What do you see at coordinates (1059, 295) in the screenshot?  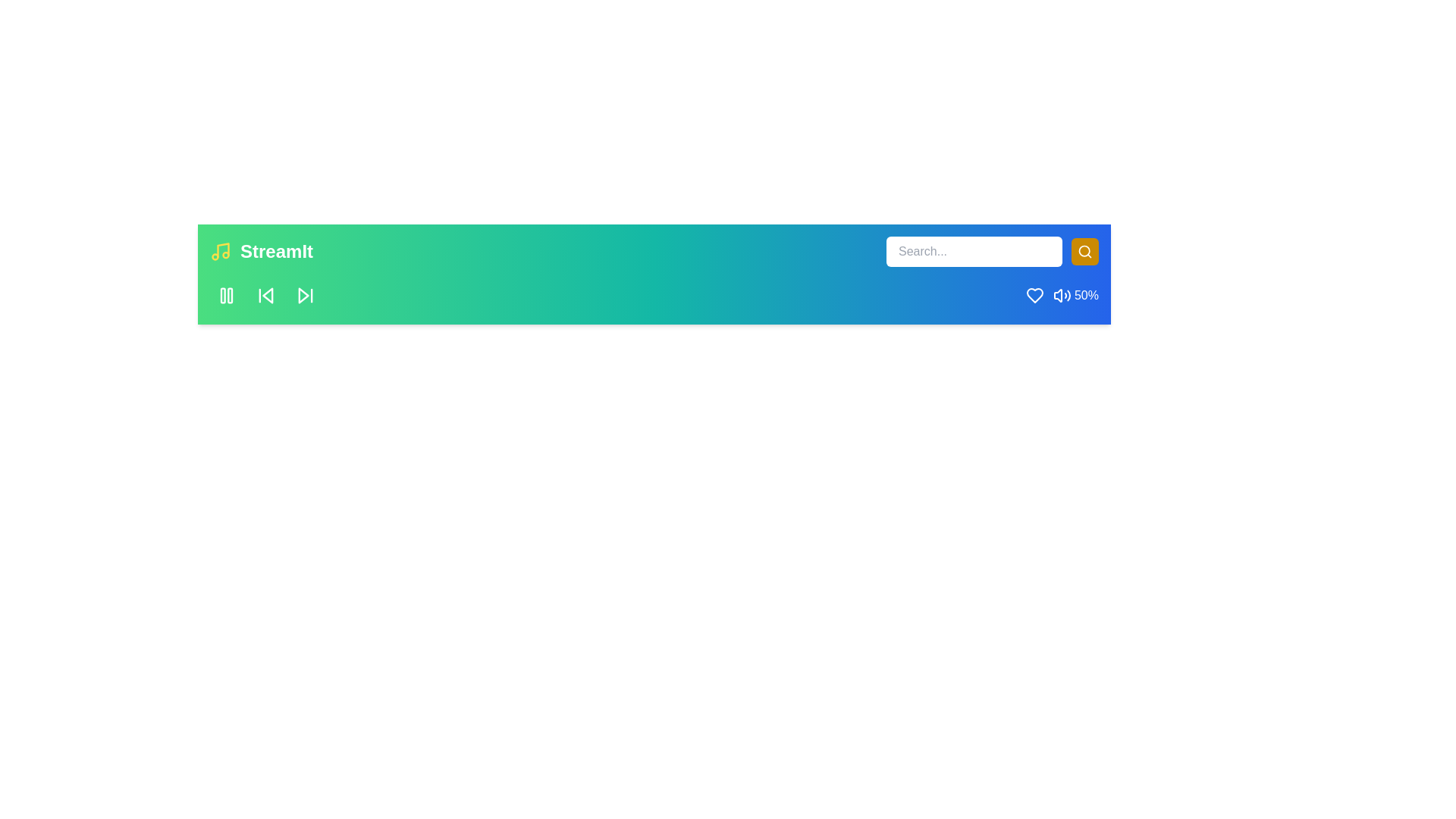 I see `the volume to 38% by interacting with the volume control` at bounding box center [1059, 295].